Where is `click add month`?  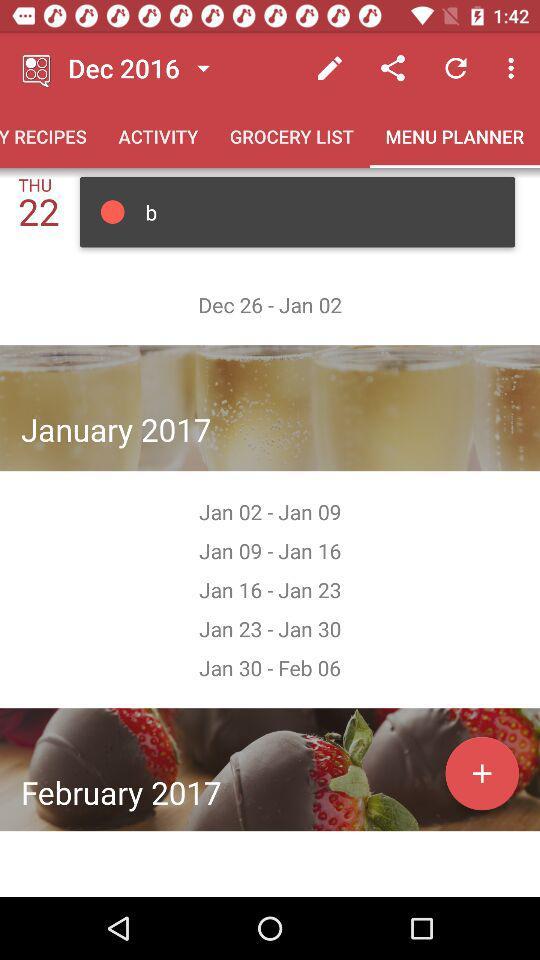 click add month is located at coordinates (481, 772).